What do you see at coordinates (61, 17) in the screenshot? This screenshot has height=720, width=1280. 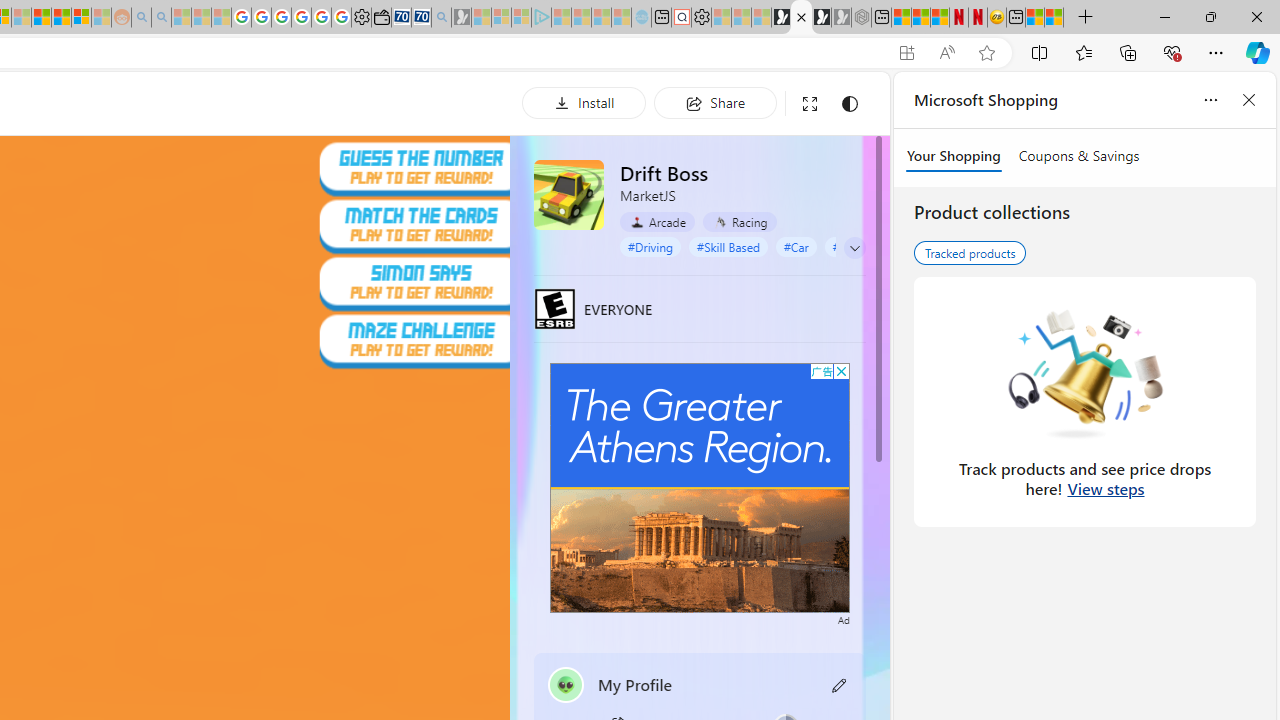 I see `'Kinda Frugal - MSN'` at bounding box center [61, 17].